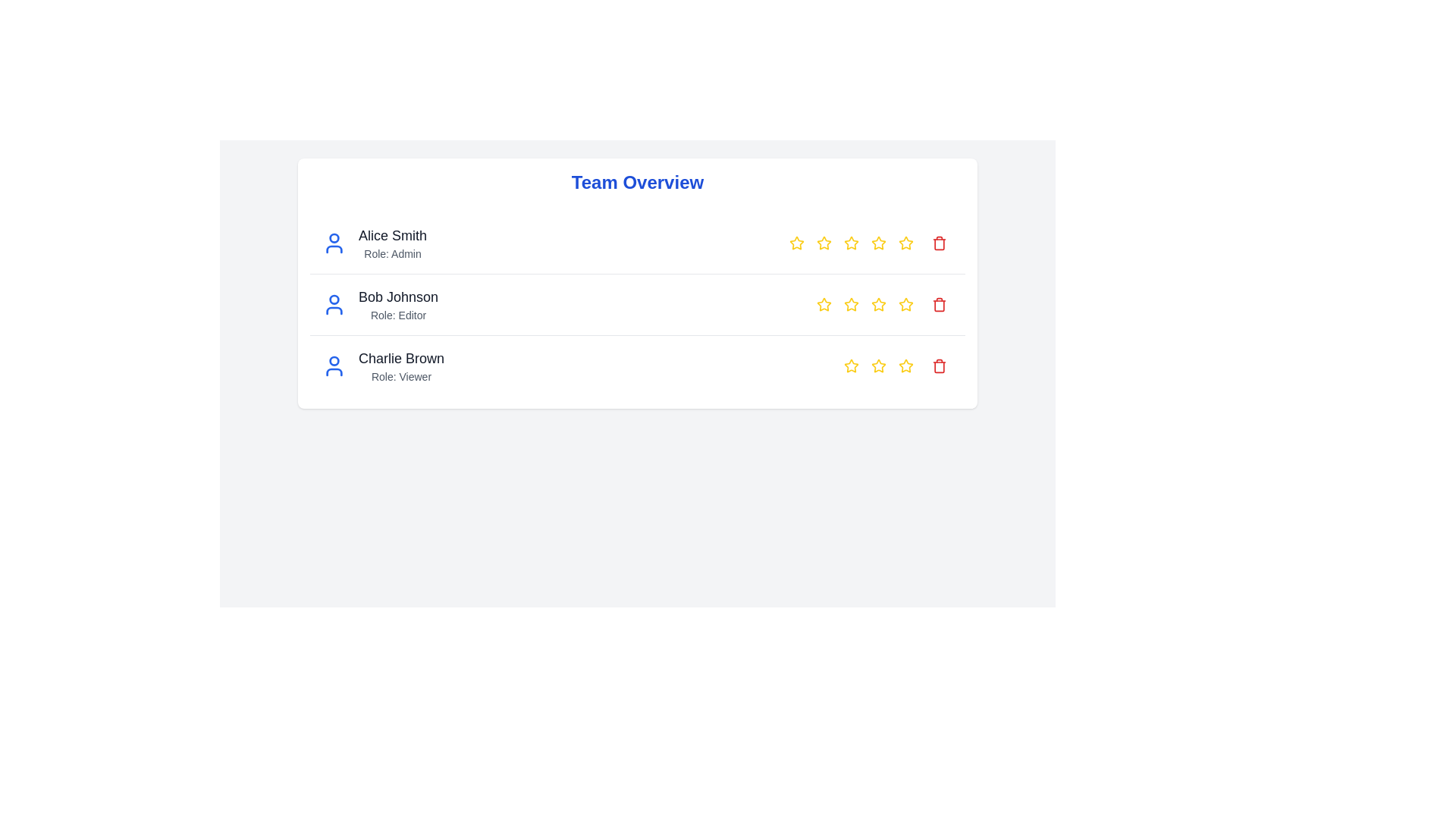 This screenshot has height=819, width=1456. Describe the element at coordinates (637, 181) in the screenshot. I see `the text header element displaying 'Team Overview' in bold blue color, positioned at the top of the user information card` at that location.